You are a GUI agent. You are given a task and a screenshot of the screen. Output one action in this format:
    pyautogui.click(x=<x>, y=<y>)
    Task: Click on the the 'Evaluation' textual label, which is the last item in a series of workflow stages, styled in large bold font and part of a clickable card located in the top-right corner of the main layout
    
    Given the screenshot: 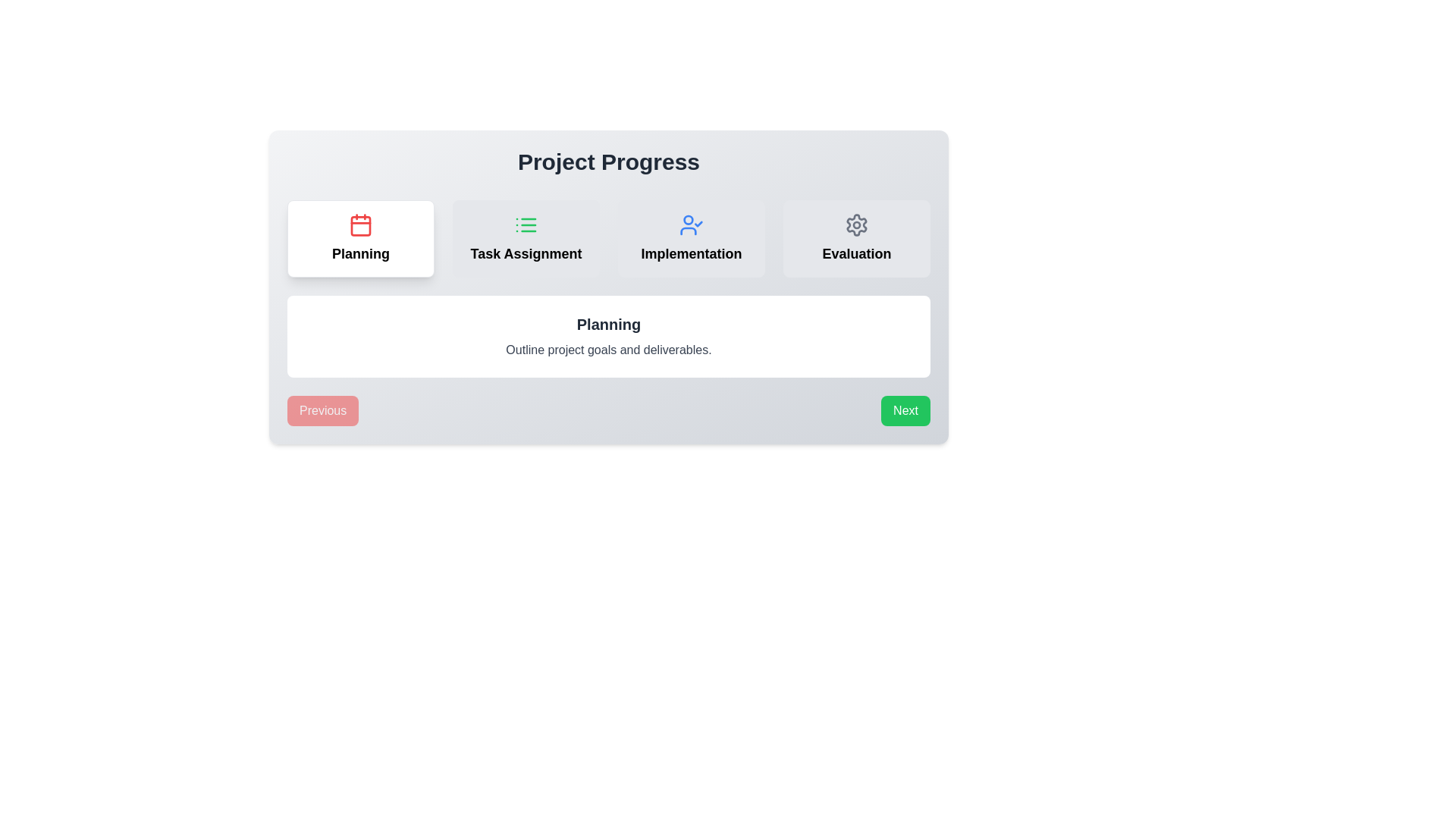 What is the action you would take?
    pyautogui.click(x=856, y=253)
    